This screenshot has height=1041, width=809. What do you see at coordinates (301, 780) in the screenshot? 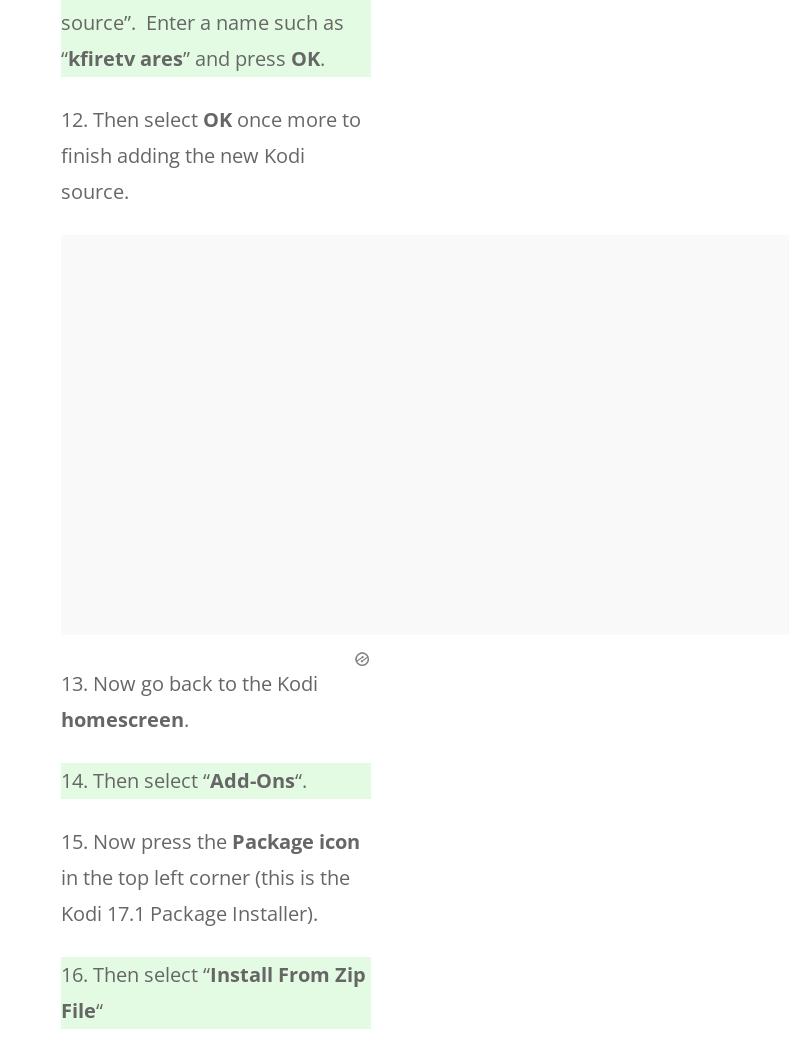
I see `'“.'` at bounding box center [301, 780].